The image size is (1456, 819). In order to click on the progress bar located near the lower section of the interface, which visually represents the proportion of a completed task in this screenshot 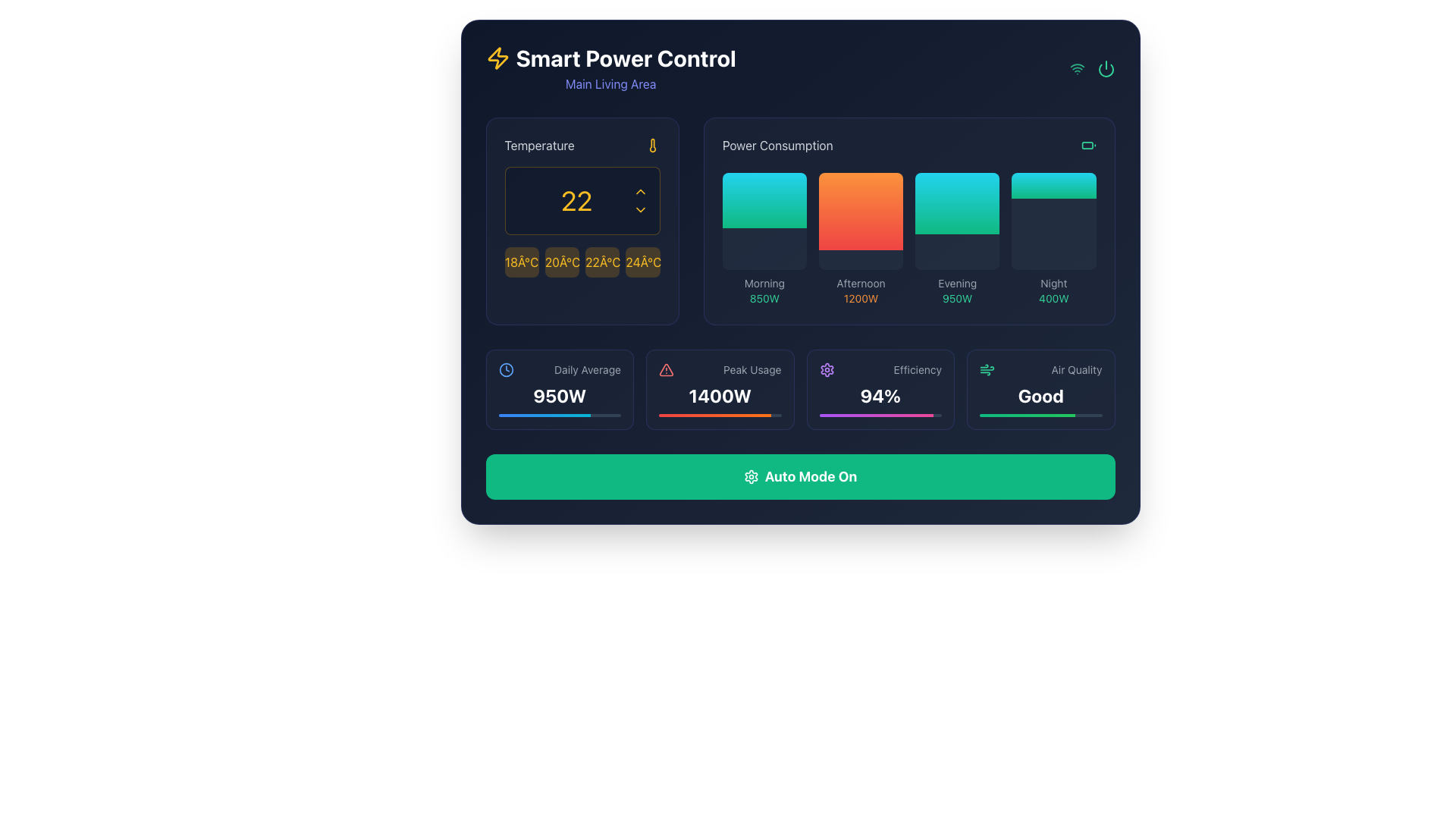, I will do `click(876, 415)`.